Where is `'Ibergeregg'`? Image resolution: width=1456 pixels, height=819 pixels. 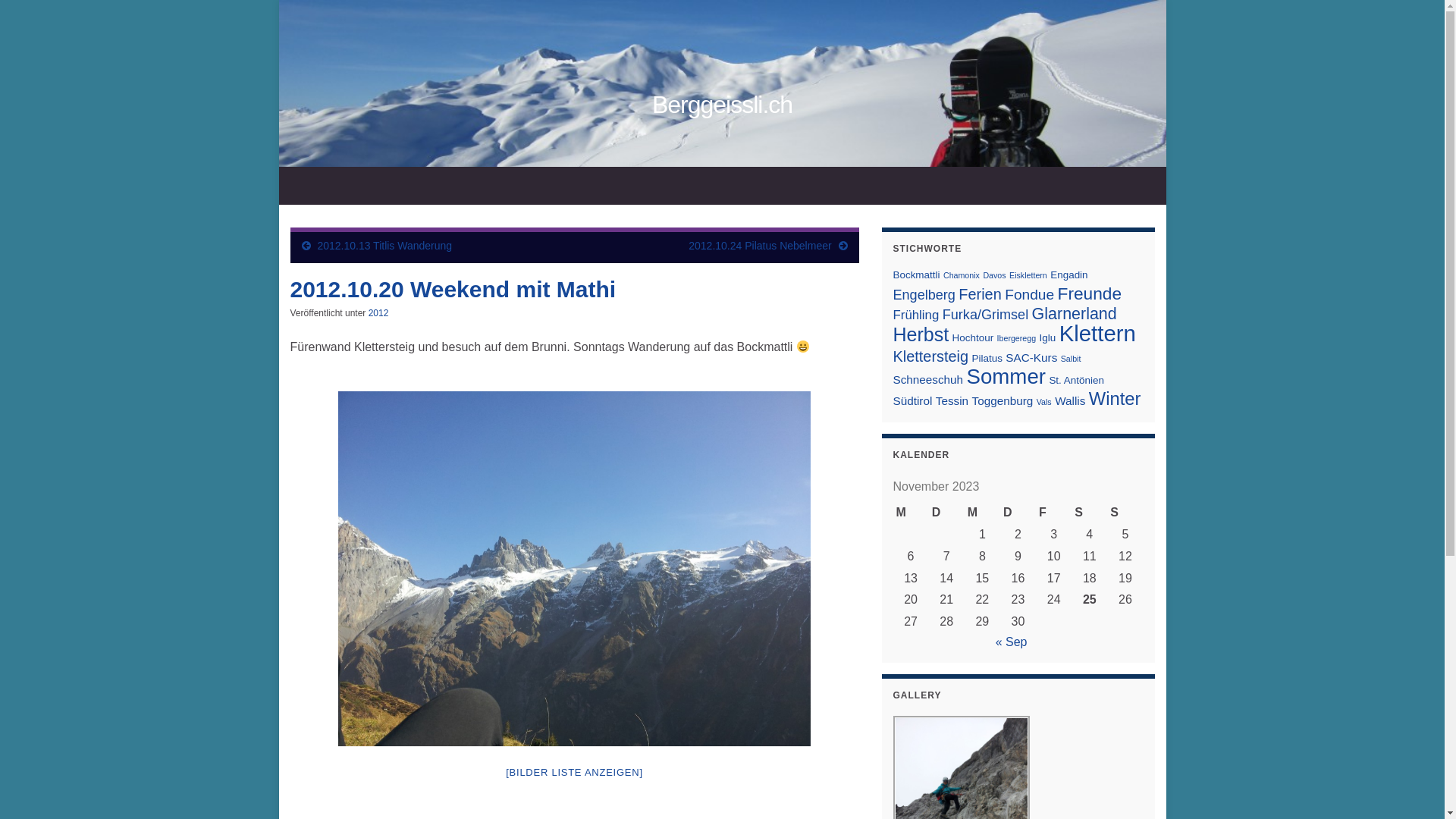
'Ibergeregg' is located at coordinates (1016, 337).